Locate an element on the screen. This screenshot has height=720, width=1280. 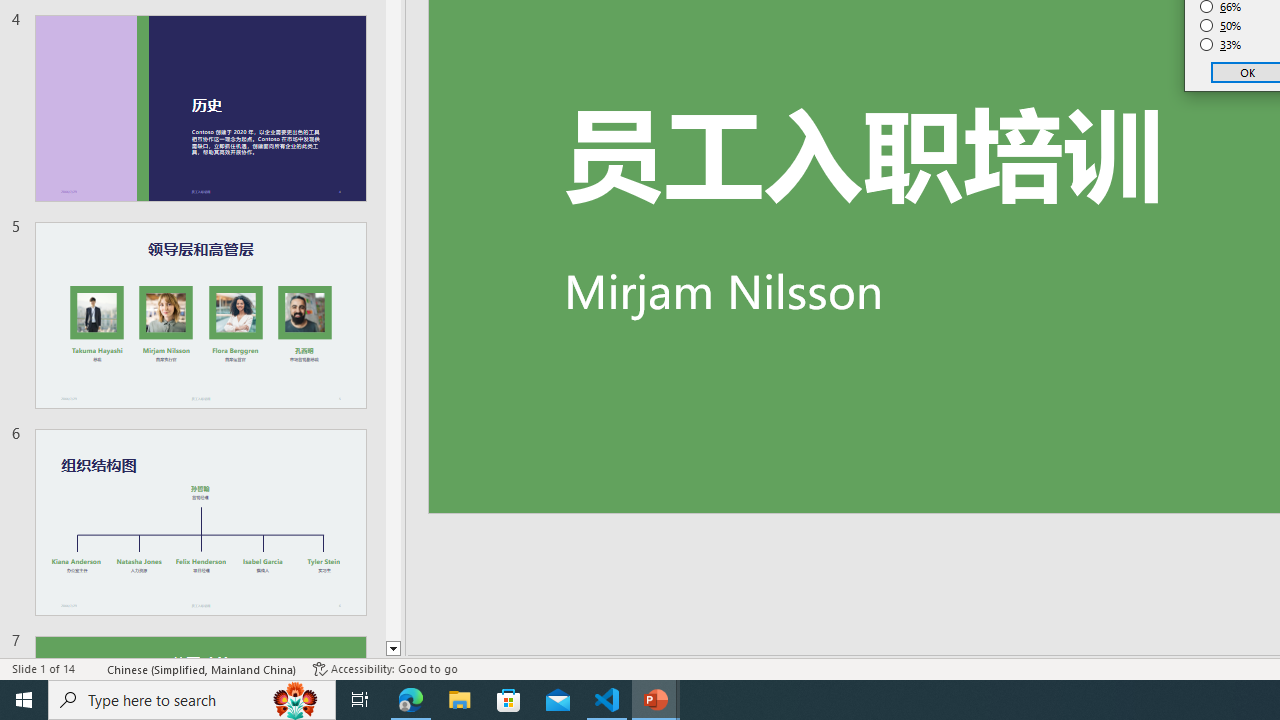
'File Explorer' is located at coordinates (459, 698).